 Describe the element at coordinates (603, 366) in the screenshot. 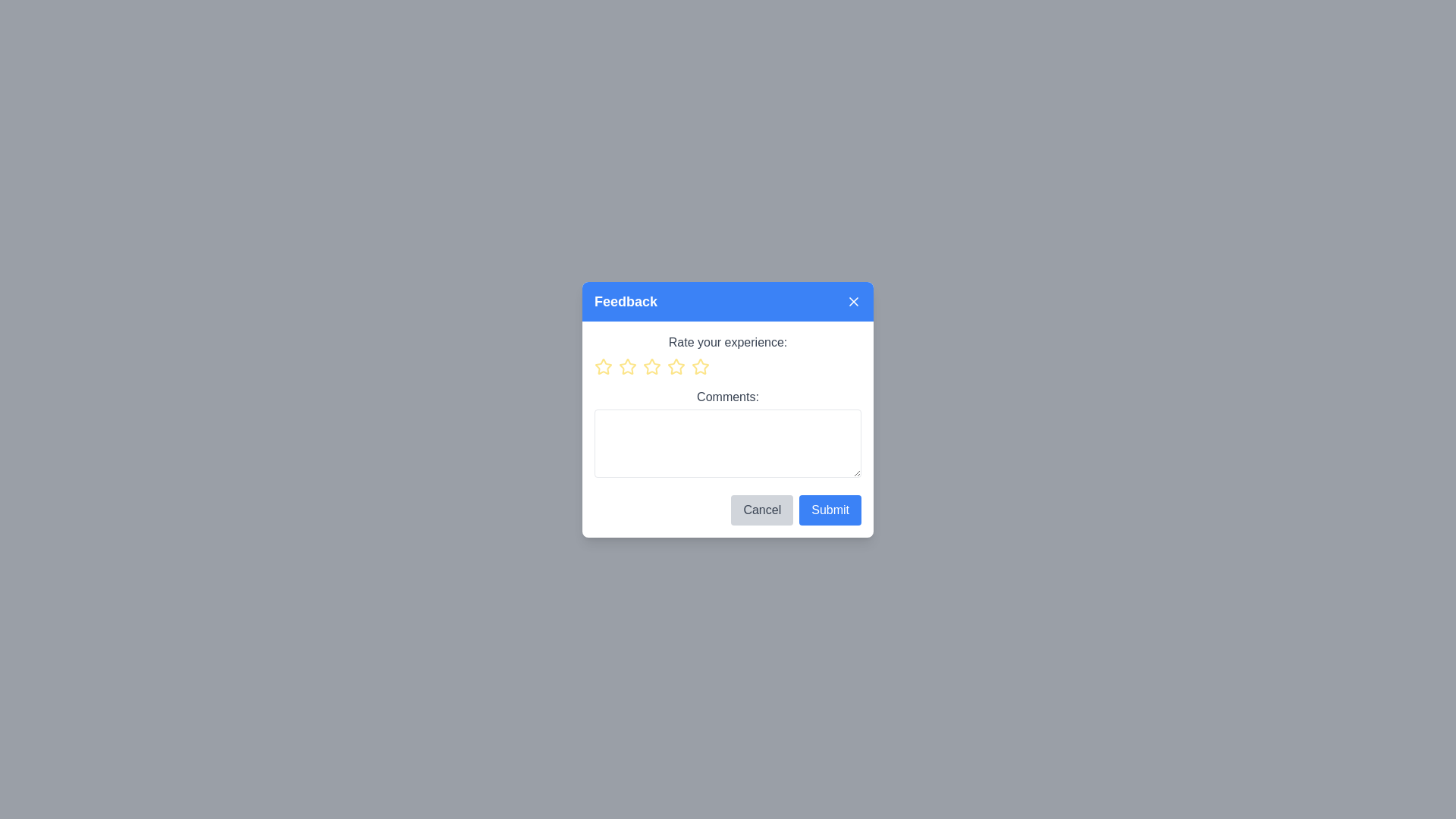

I see `the star icon representing the first rating option in the feedback form` at that location.